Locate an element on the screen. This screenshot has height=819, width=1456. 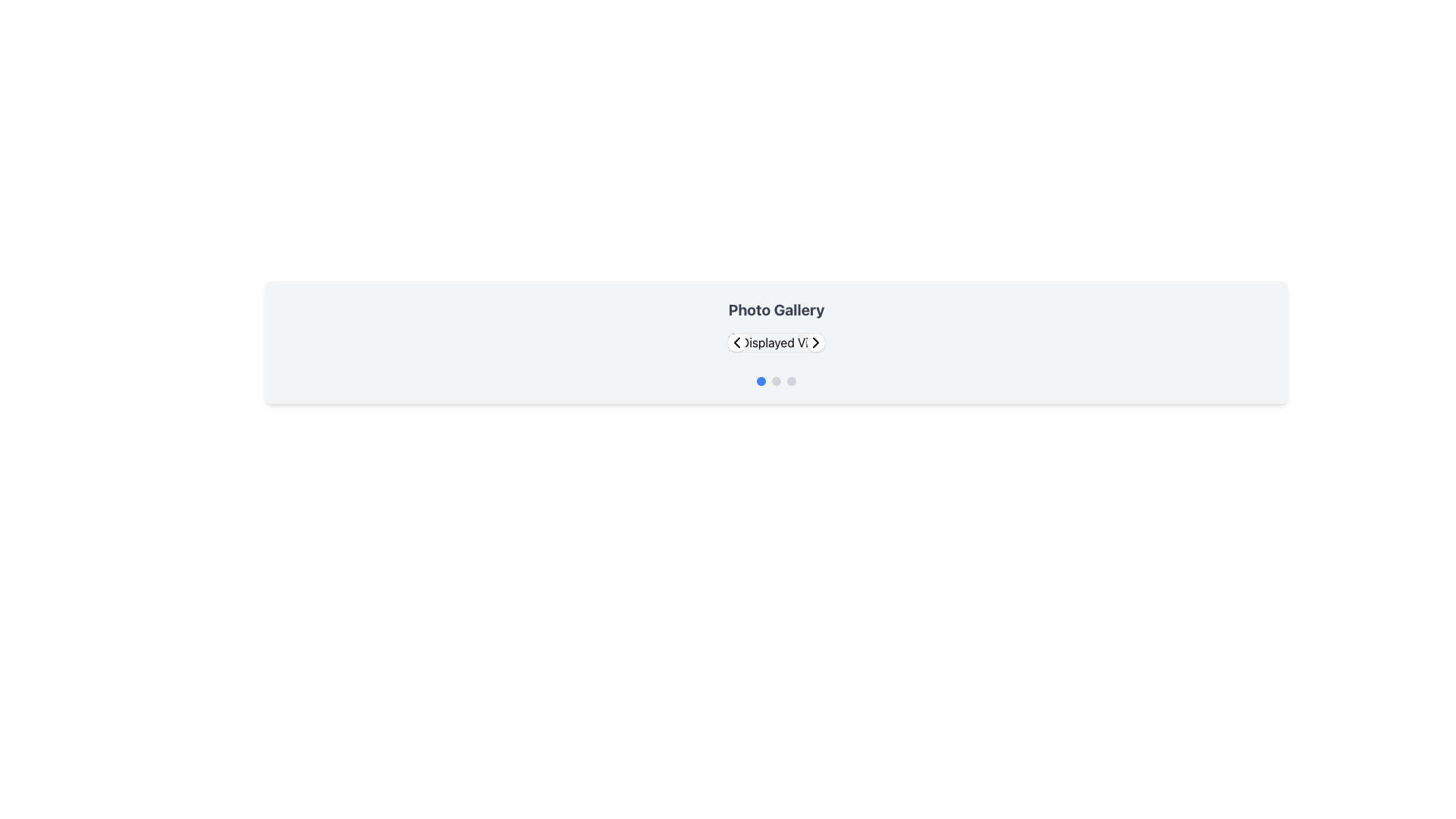
the second circular gray button located below the 'Photo Gallery' heading is located at coordinates (776, 380).